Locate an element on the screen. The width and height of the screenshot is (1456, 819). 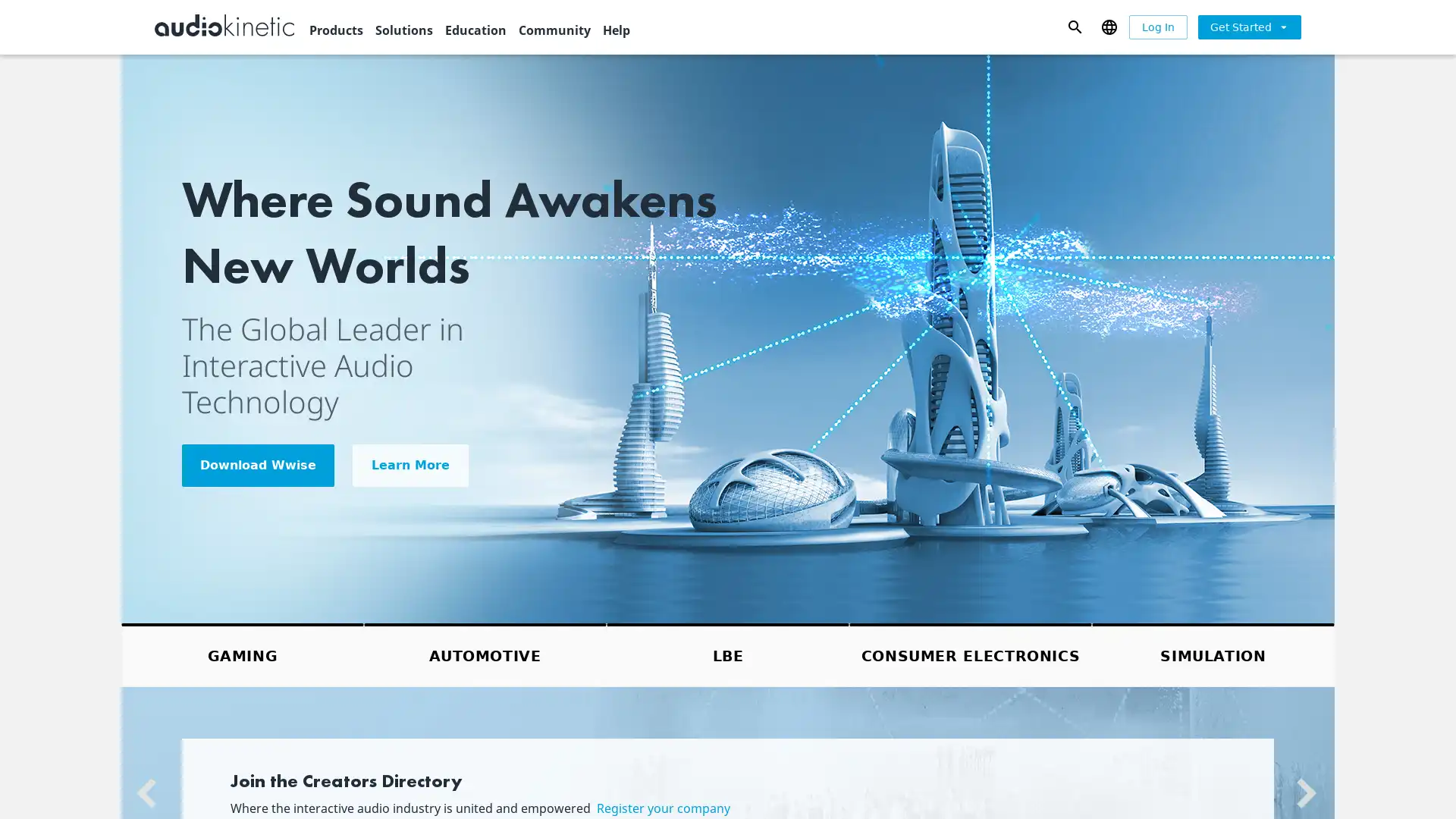
Get Started arrow_drop_down is located at coordinates (1249, 26).